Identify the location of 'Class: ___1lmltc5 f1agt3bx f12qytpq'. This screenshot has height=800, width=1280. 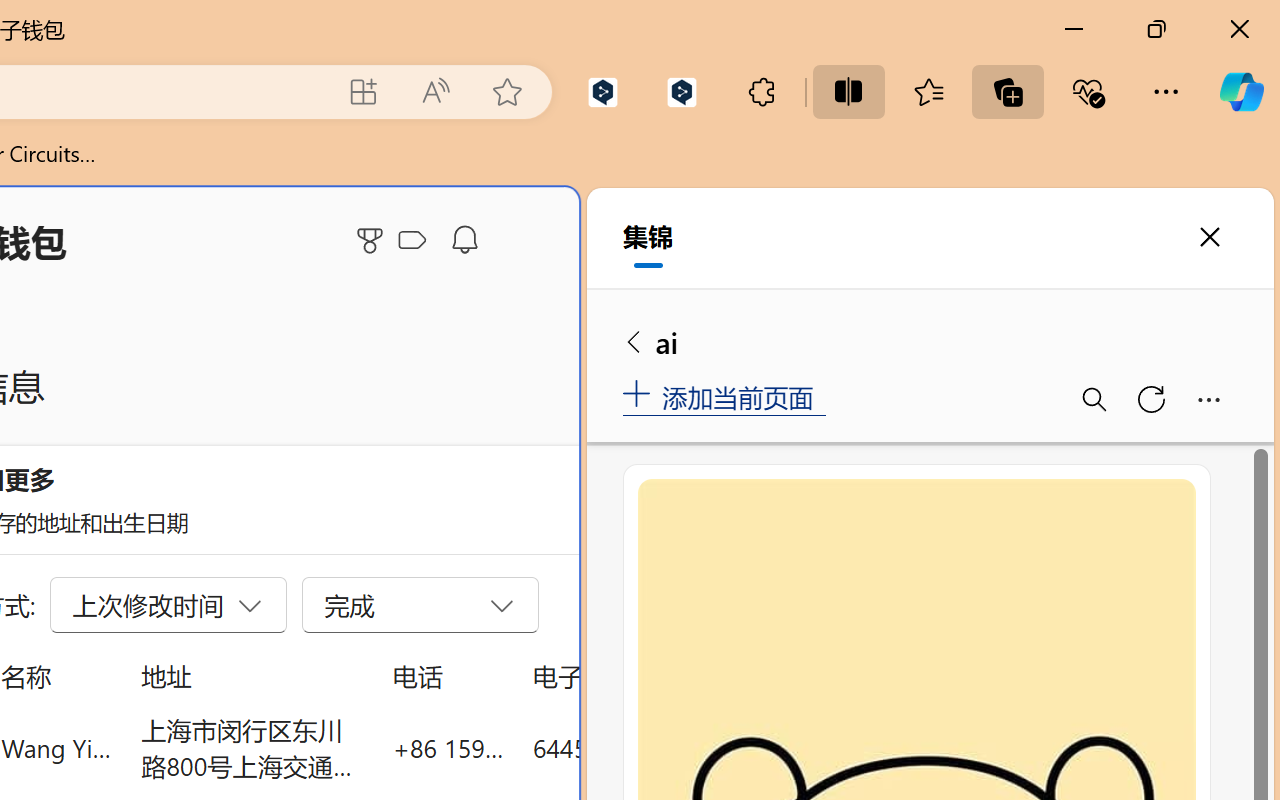
(411, 240).